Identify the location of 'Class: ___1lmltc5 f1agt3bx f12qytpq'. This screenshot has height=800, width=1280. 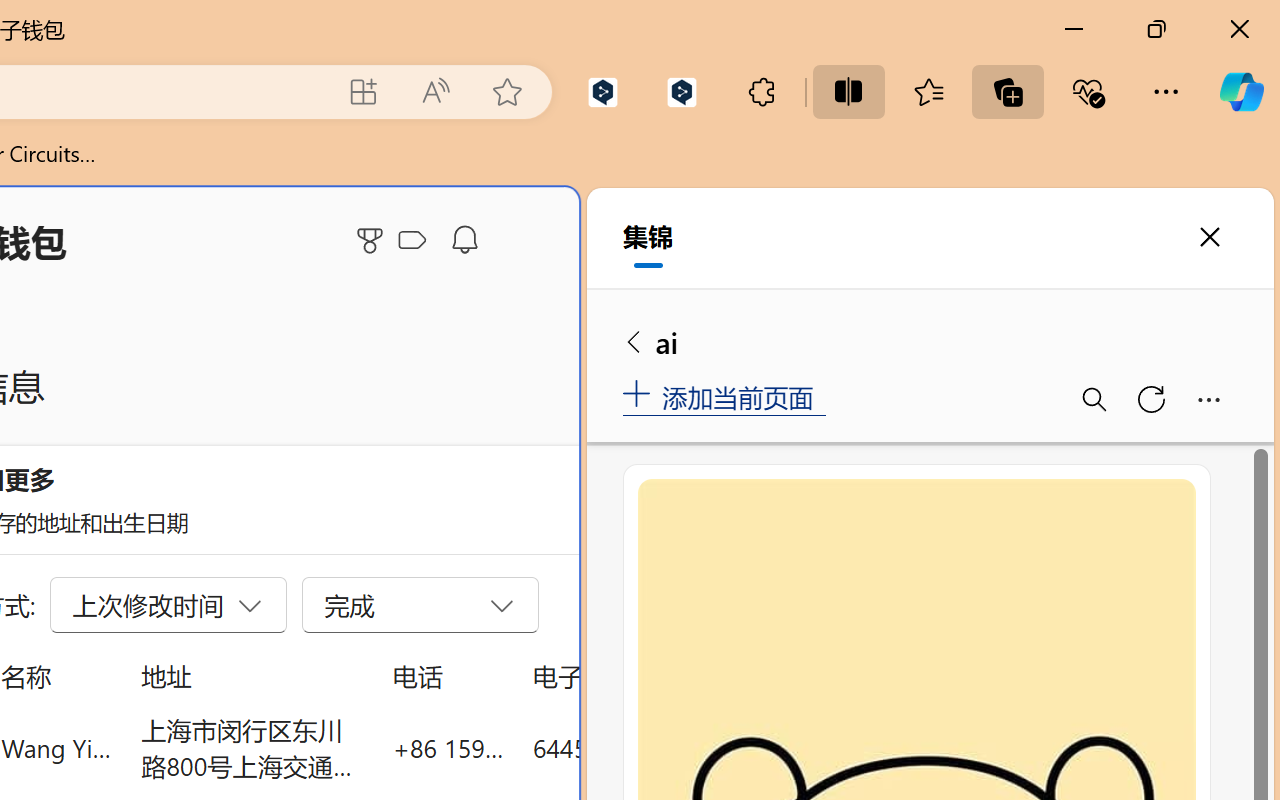
(411, 240).